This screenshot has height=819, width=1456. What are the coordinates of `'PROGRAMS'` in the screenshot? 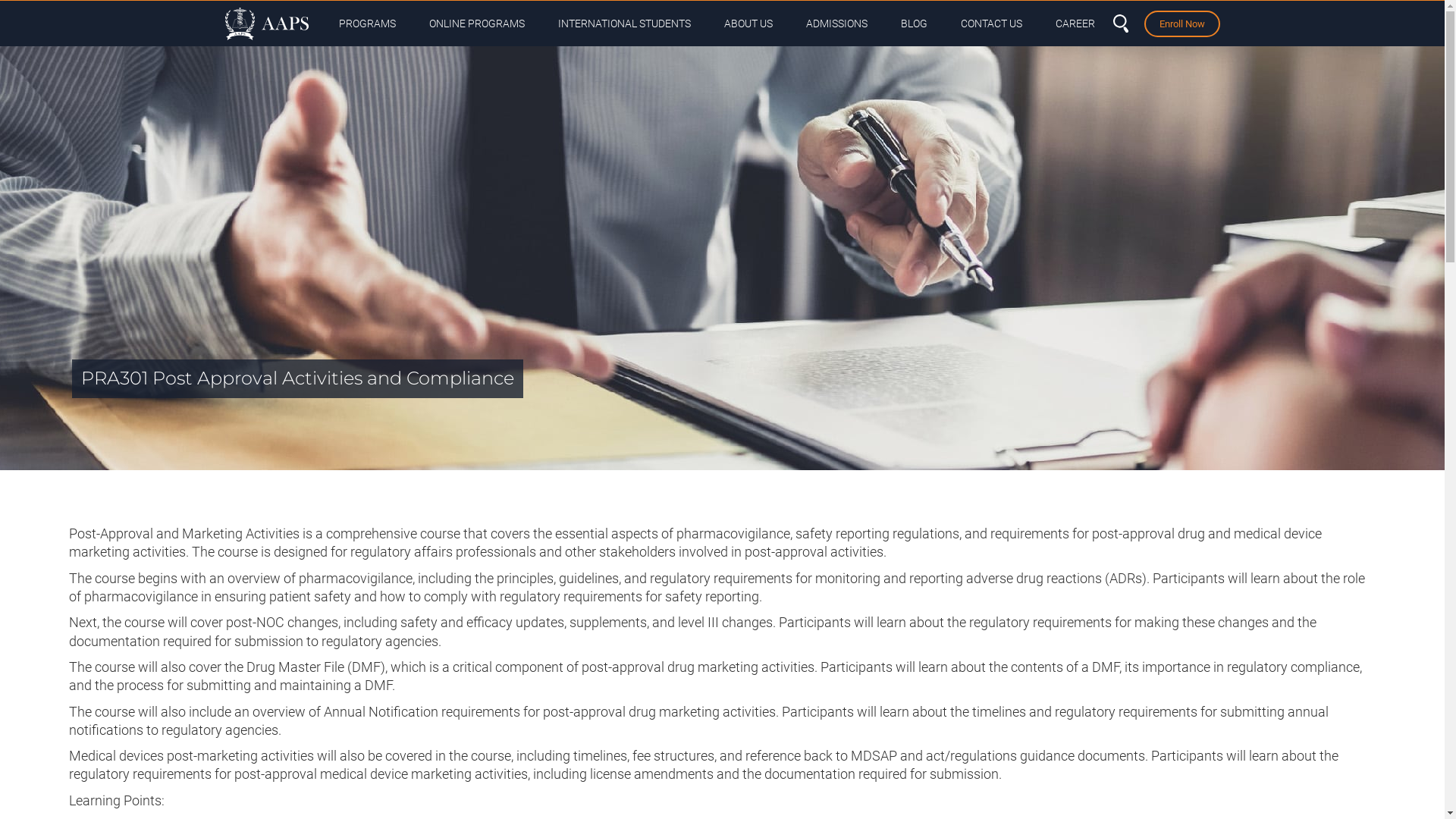 It's located at (366, 23).